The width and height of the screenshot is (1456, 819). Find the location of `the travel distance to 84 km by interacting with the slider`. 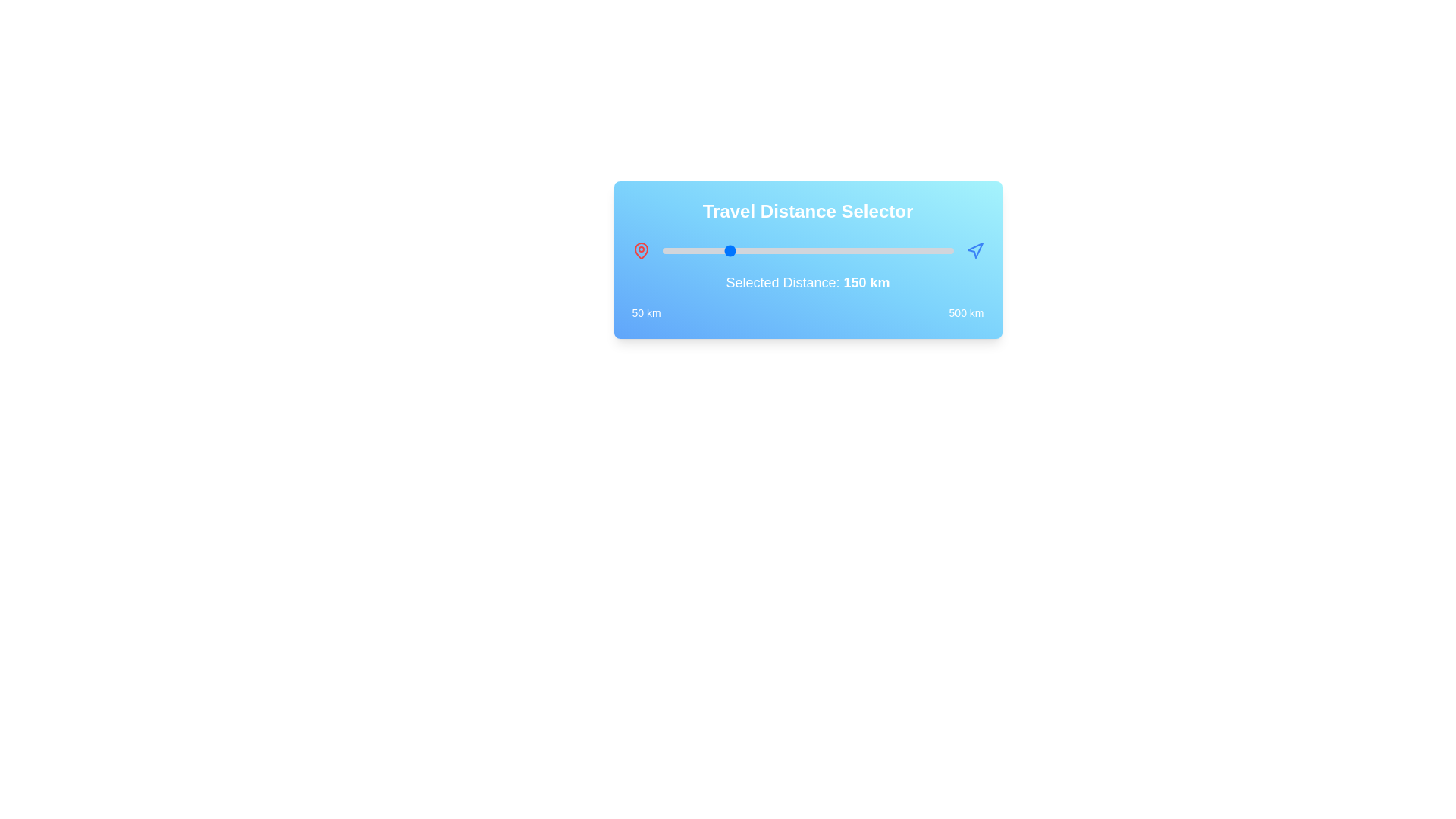

the travel distance to 84 km by interacting with the slider is located at coordinates (683, 250).